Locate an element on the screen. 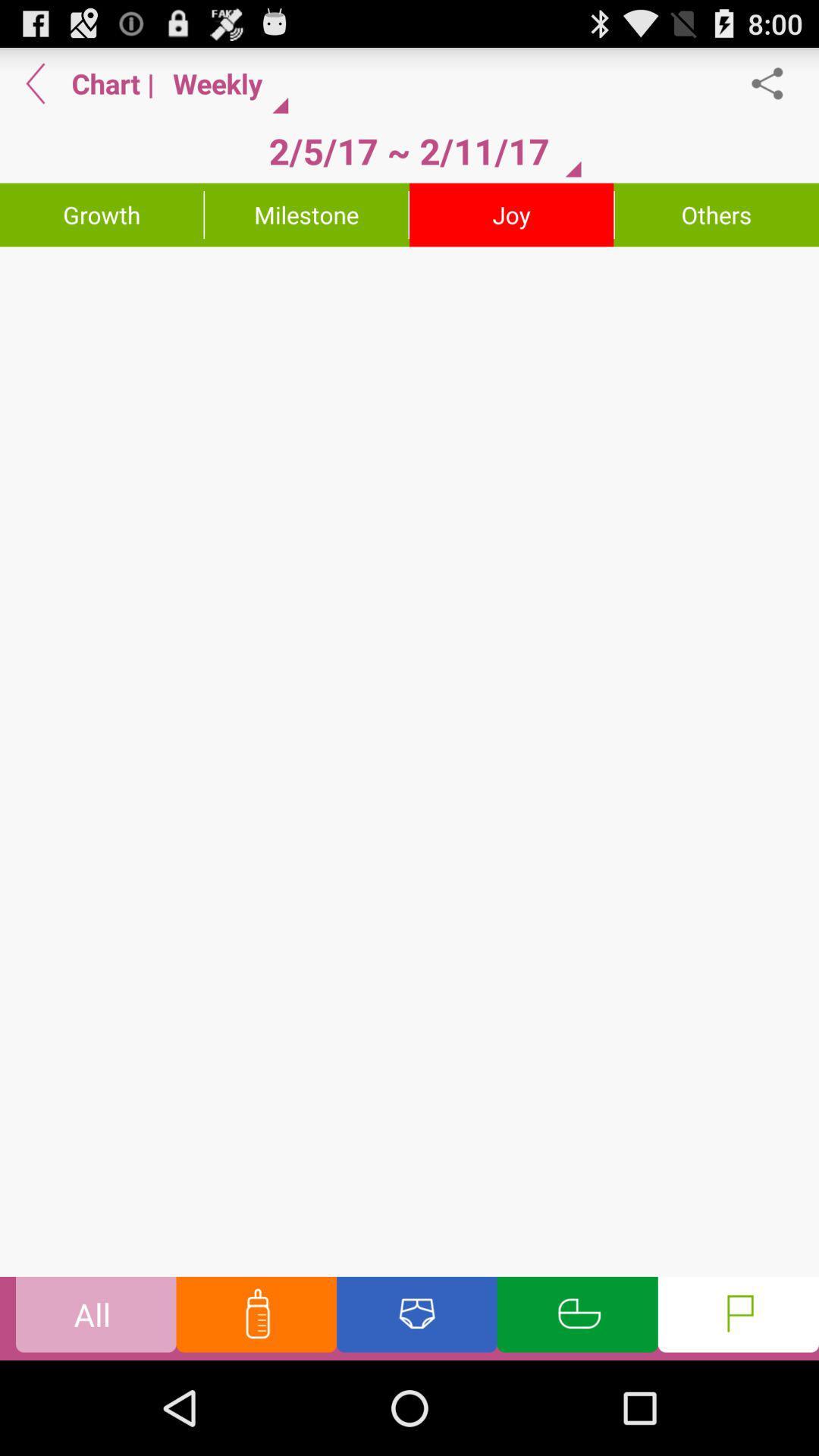 Image resolution: width=819 pixels, height=1456 pixels. icon above the 2 5 17 is located at coordinates (224, 83).